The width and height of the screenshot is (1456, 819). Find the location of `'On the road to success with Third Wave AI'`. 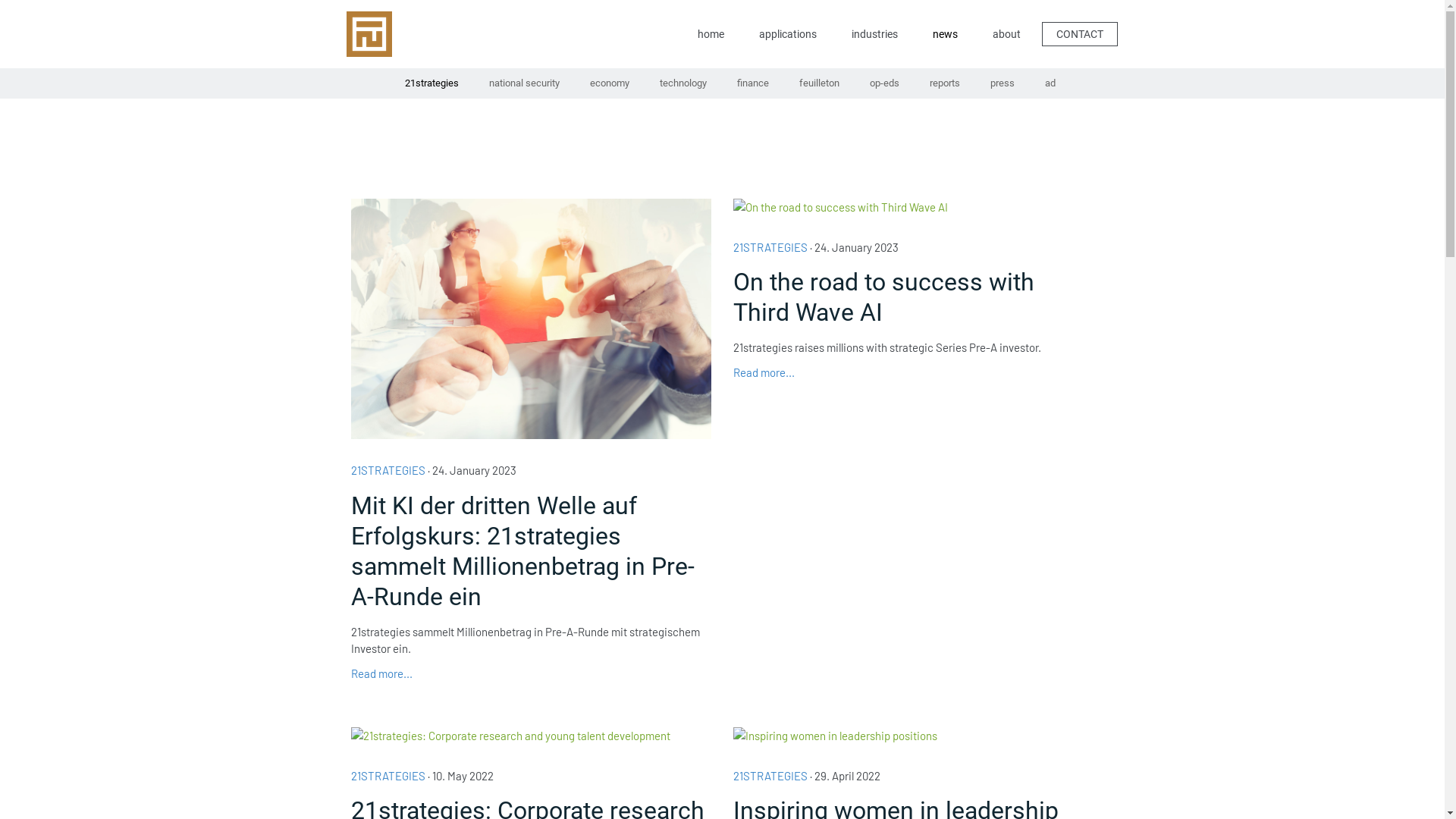

'On the road to success with Third Wave AI' is located at coordinates (912, 297).